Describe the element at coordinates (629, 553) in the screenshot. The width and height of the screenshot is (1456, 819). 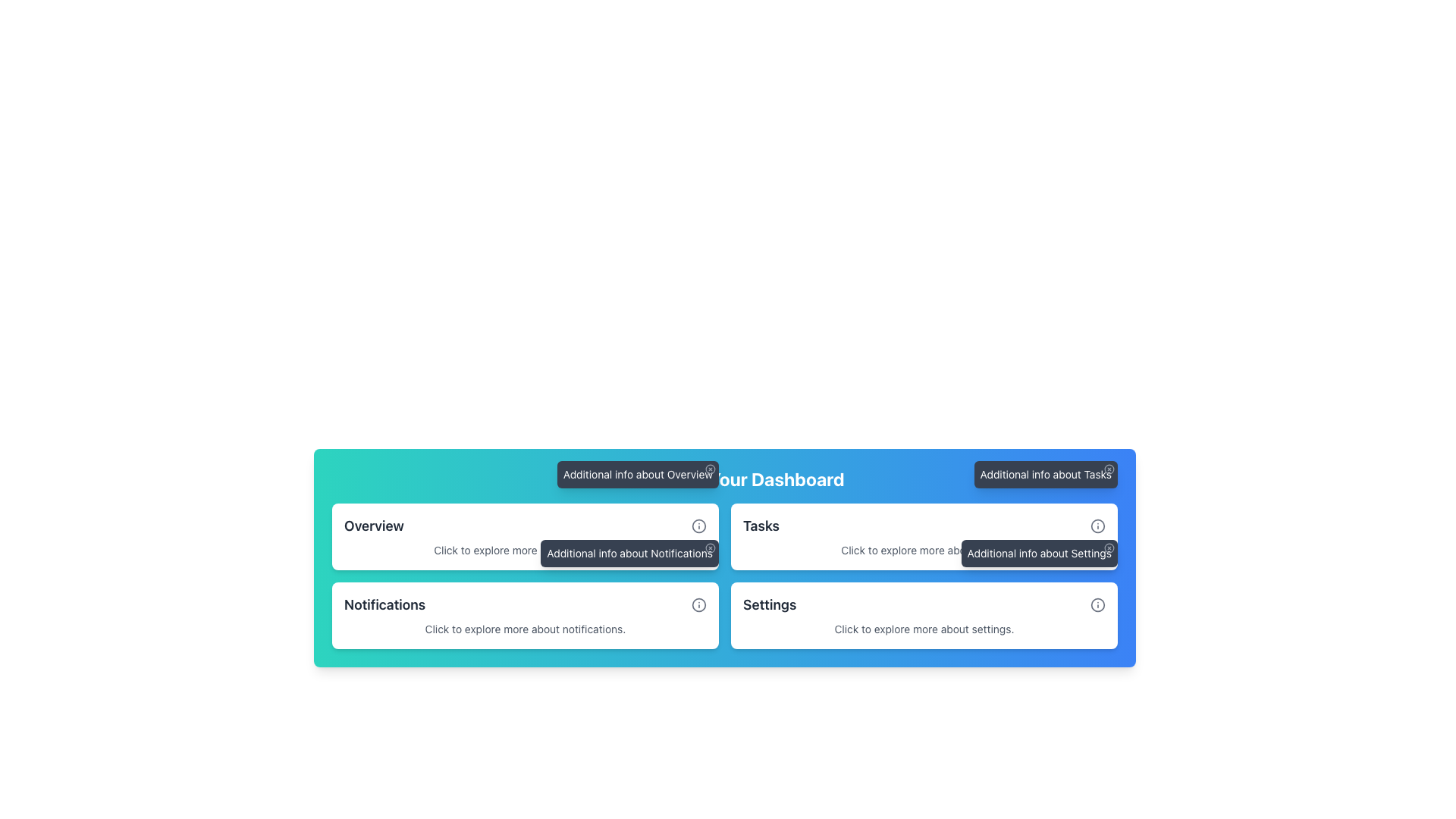
I see `the tooltip with the text 'Additional info about Notifications', which is a rectangular element with a dark background and slightly rounded corners, located above the 'Notifications' section` at that location.